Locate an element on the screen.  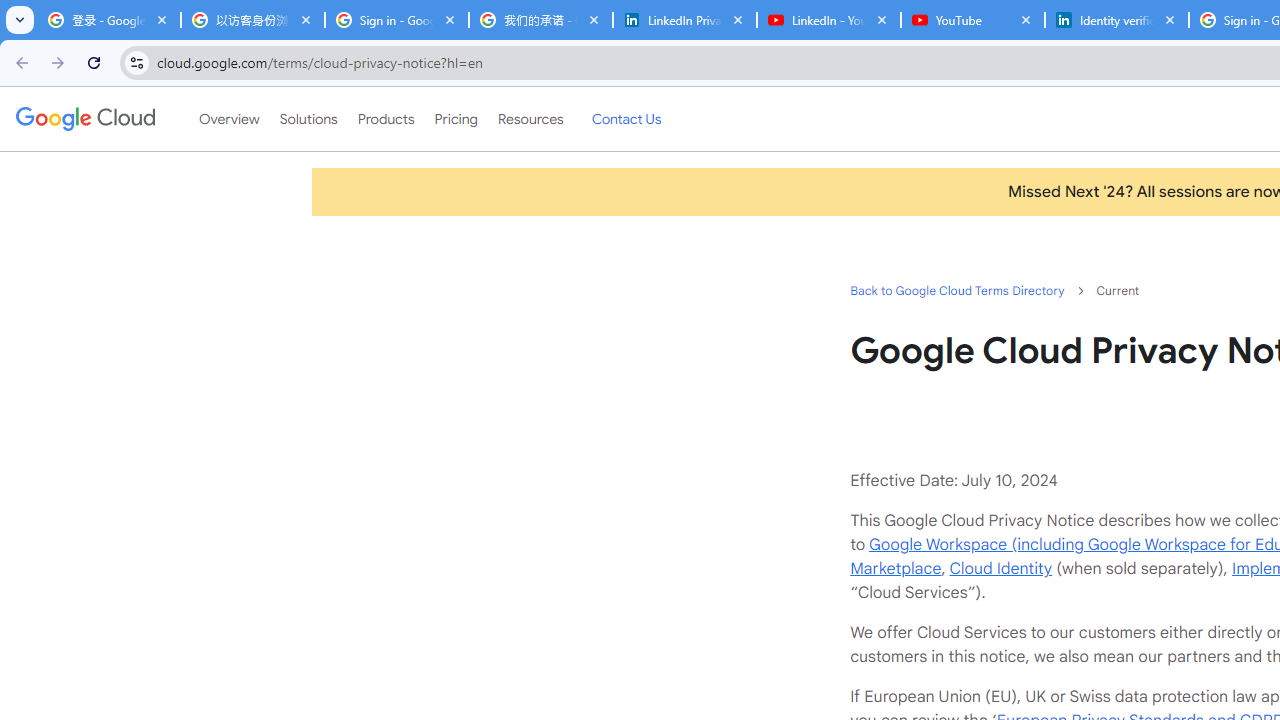
'Sign in - Google Accounts' is located at coordinates (396, 20).